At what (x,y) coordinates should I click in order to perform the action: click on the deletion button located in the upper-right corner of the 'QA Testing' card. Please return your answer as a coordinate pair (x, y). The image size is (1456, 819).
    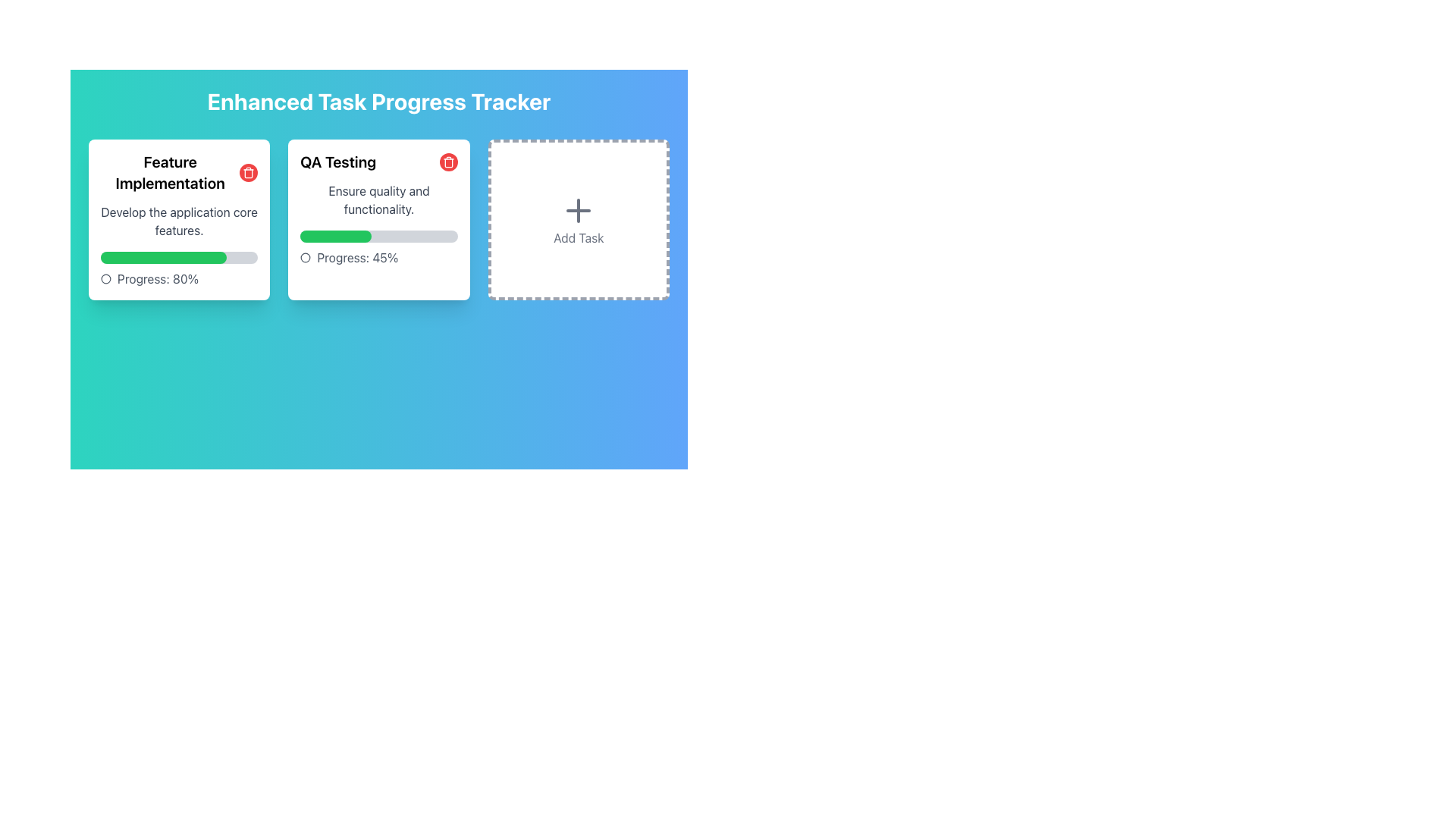
    Looking at the image, I should click on (447, 162).